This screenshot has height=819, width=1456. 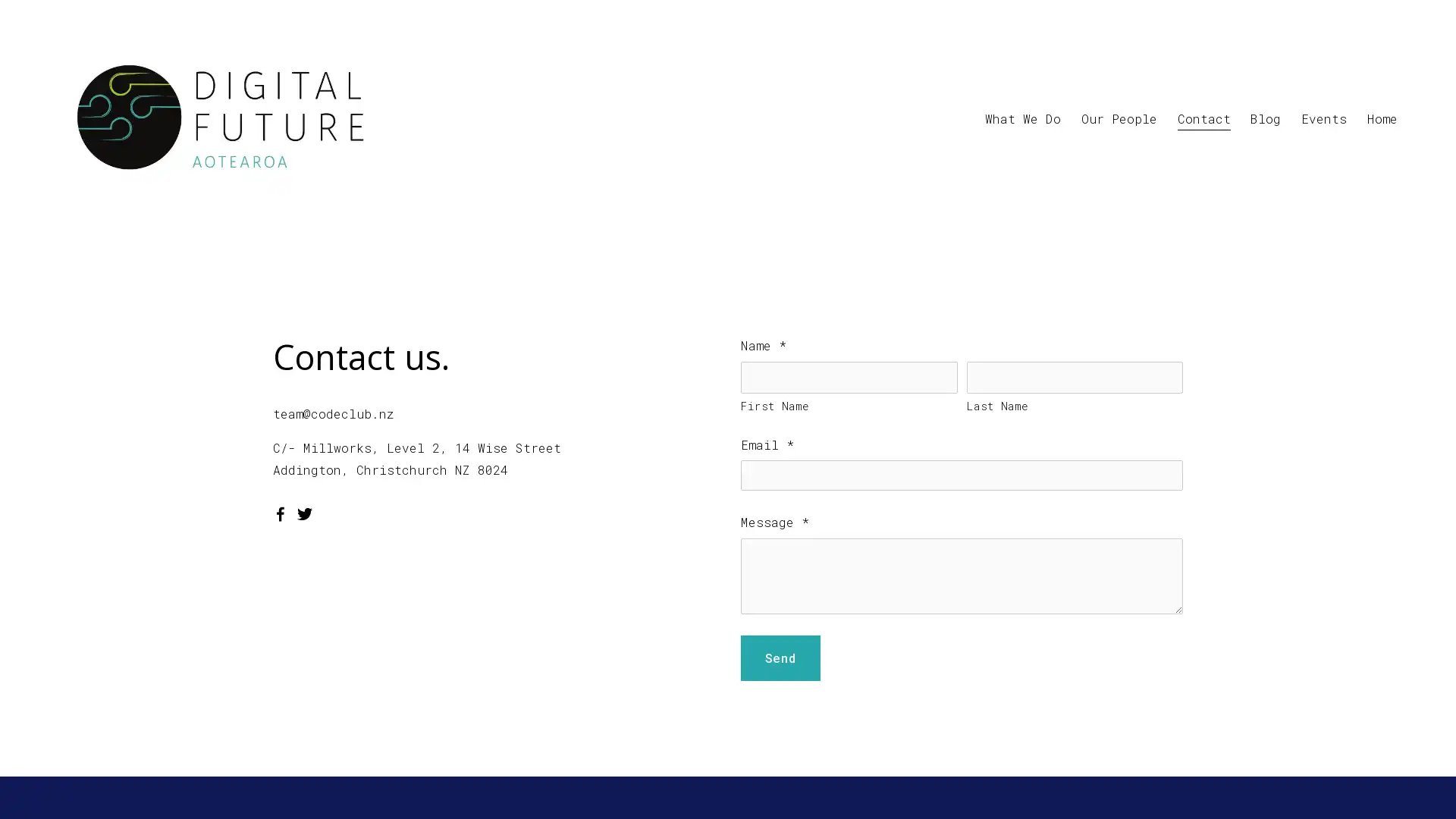 What do you see at coordinates (780, 657) in the screenshot?
I see `Send` at bounding box center [780, 657].